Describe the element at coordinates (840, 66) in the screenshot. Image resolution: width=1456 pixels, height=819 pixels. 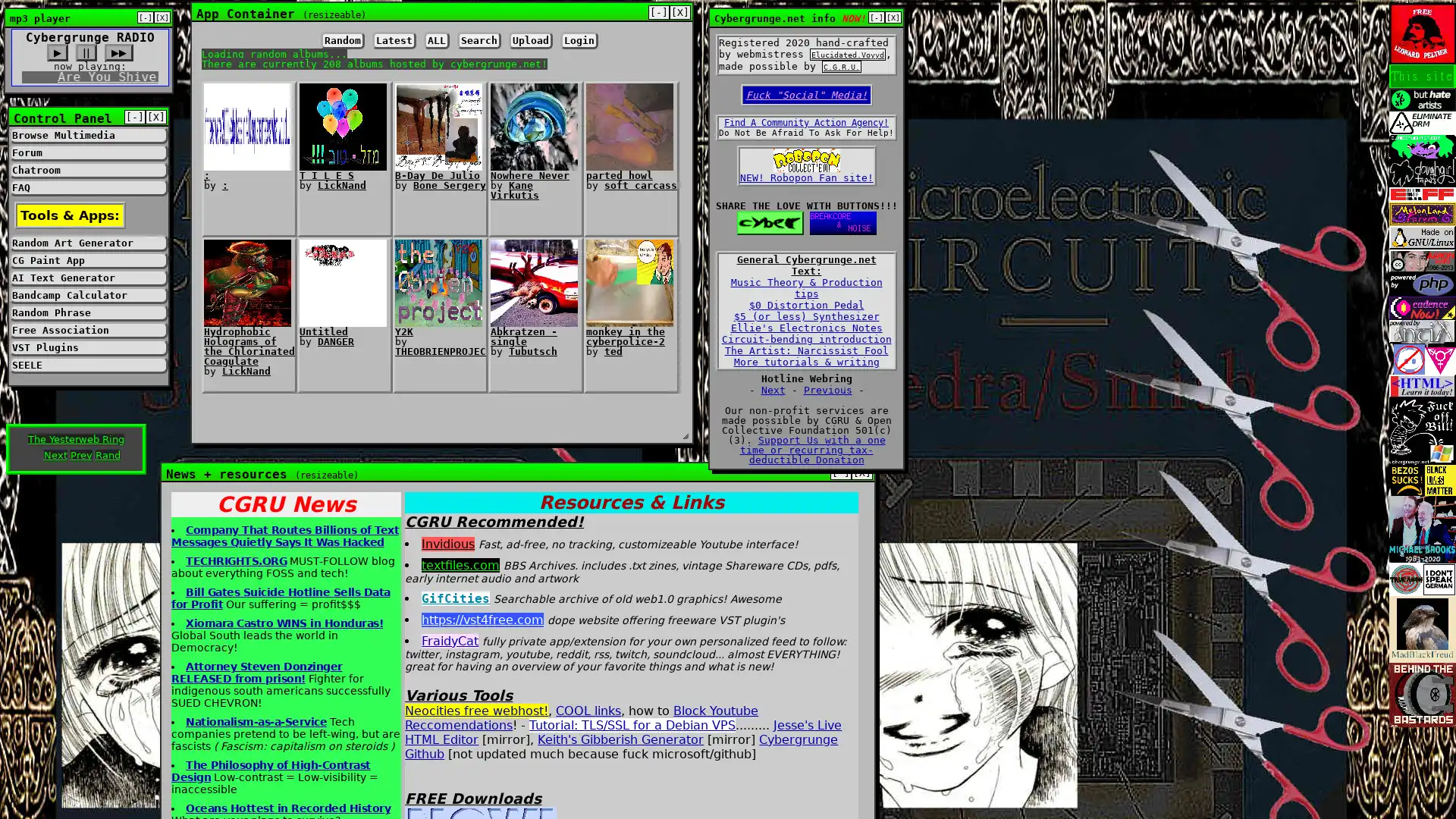
I see `C.G.R.U.` at that location.